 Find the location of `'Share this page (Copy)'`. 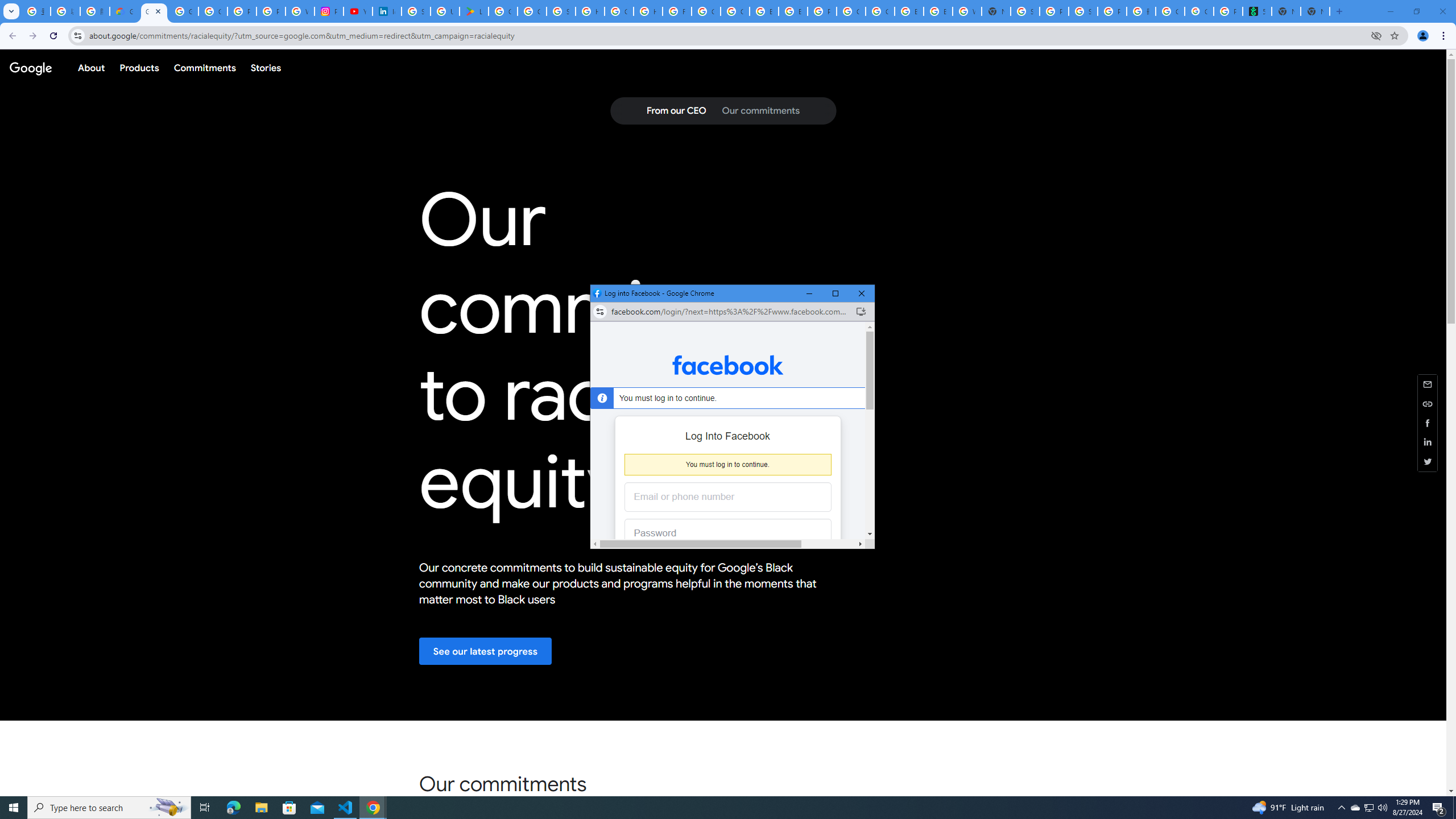

'Share this page (Copy)' is located at coordinates (1428, 403).